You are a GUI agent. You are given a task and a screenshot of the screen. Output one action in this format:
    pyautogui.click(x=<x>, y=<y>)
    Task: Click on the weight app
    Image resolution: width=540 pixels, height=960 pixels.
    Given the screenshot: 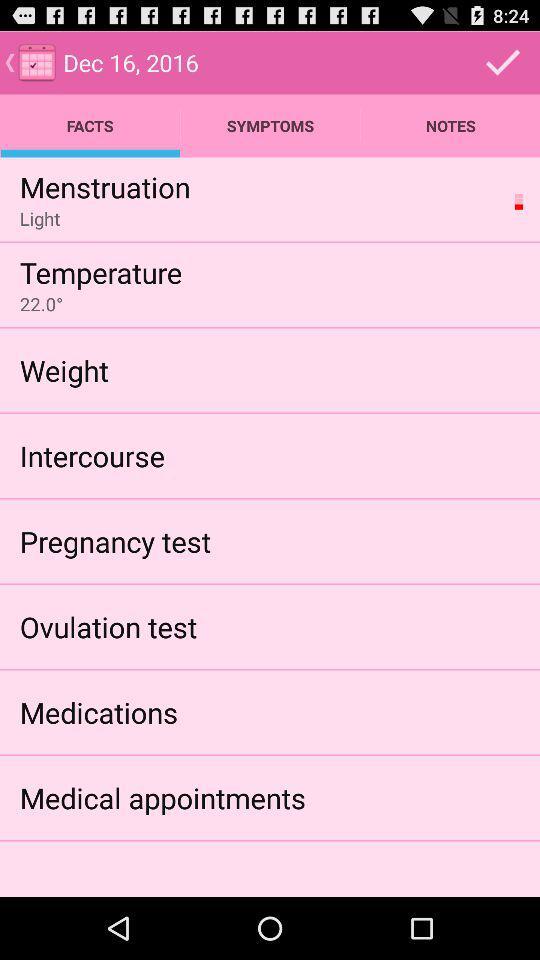 What is the action you would take?
    pyautogui.click(x=64, y=369)
    